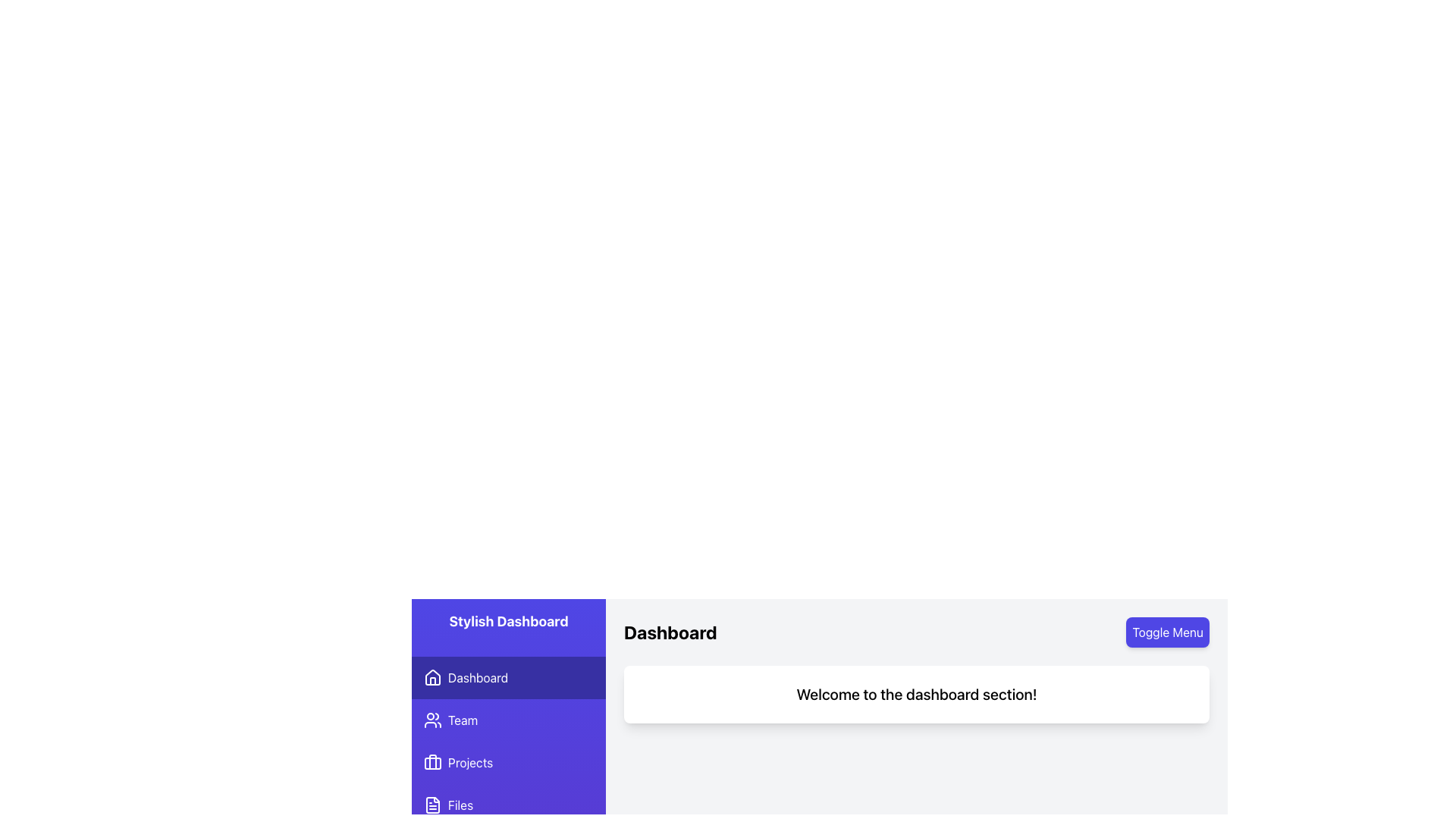 Image resolution: width=1456 pixels, height=819 pixels. What do you see at coordinates (916, 694) in the screenshot?
I see `the static text element that provides a welcoming message or title for the dashboard section, located centrally in the white rounded rectangle below the 'Dashboard' section` at bounding box center [916, 694].